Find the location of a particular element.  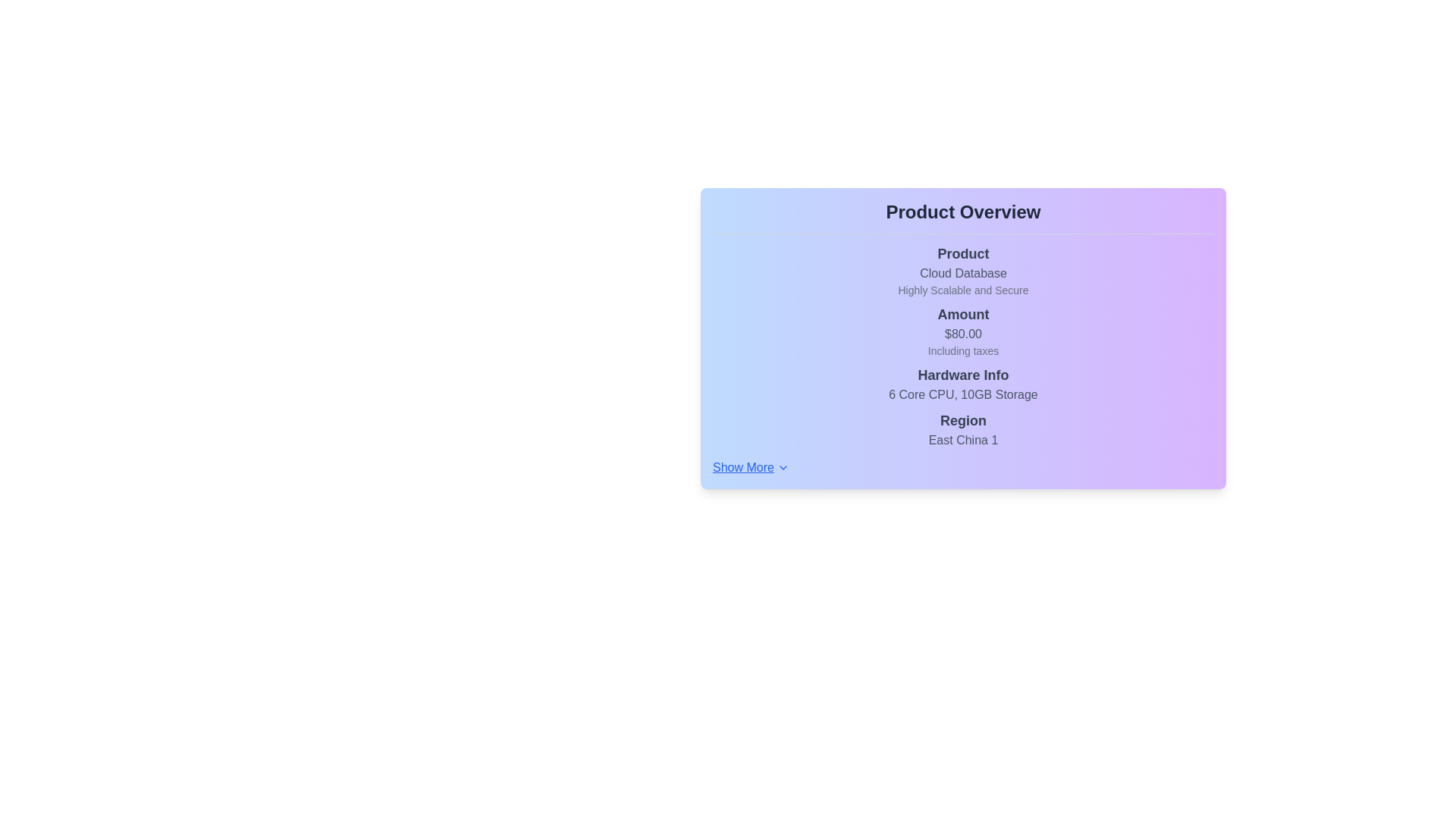

the text label that serves as a section title for 'East China 1', positioned above the corresponding text in the 'Product Overview' panel is located at coordinates (962, 421).